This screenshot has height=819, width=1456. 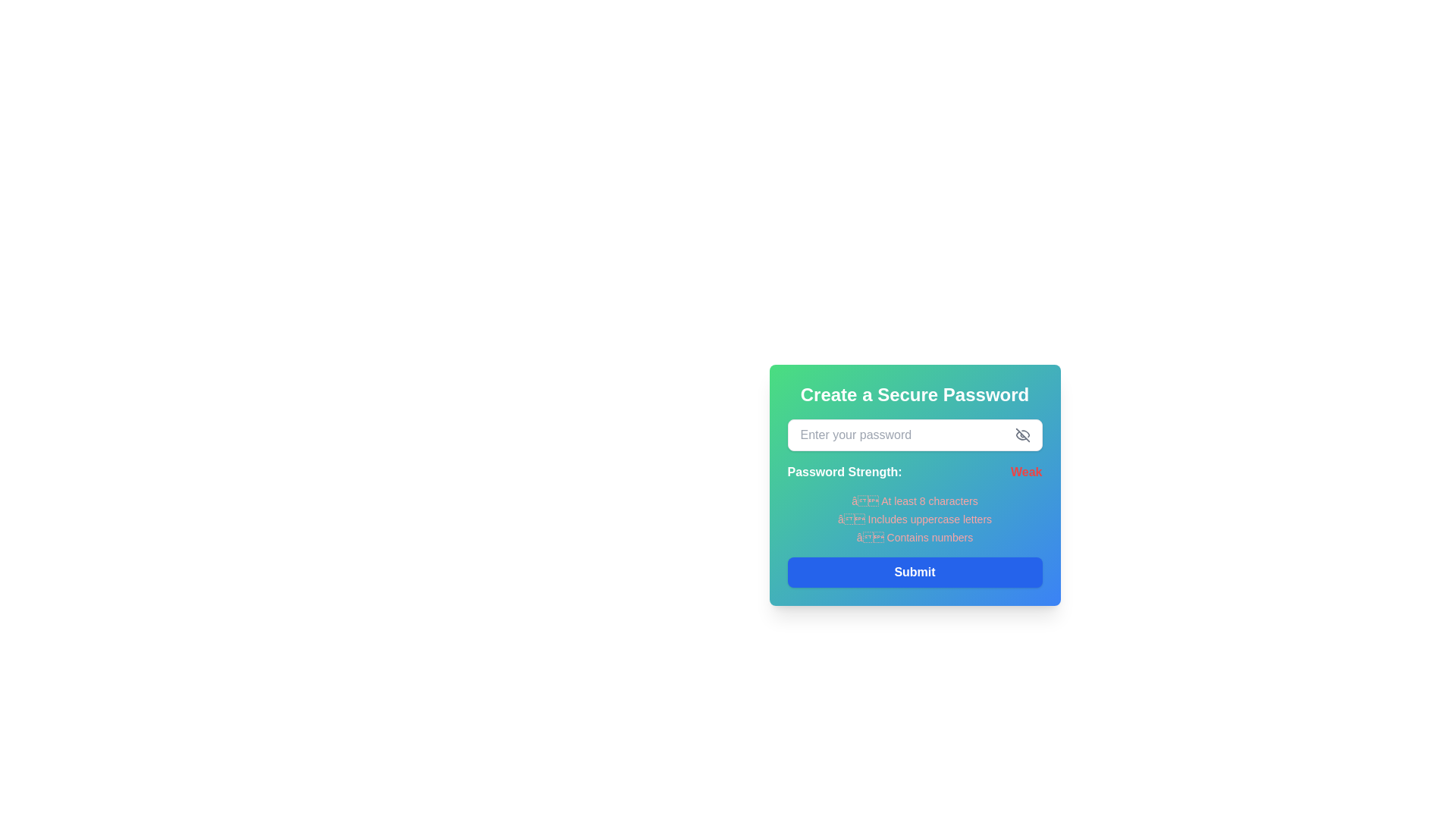 What do you see at coordinates (914, 500) in the screenshot?
I see `the informational text indicating that the entered password does not meet the 'at least 8 characters' criterion, which is the first in a vertical list under the 'Password Strength' heading` at bounding box center [914, 500].